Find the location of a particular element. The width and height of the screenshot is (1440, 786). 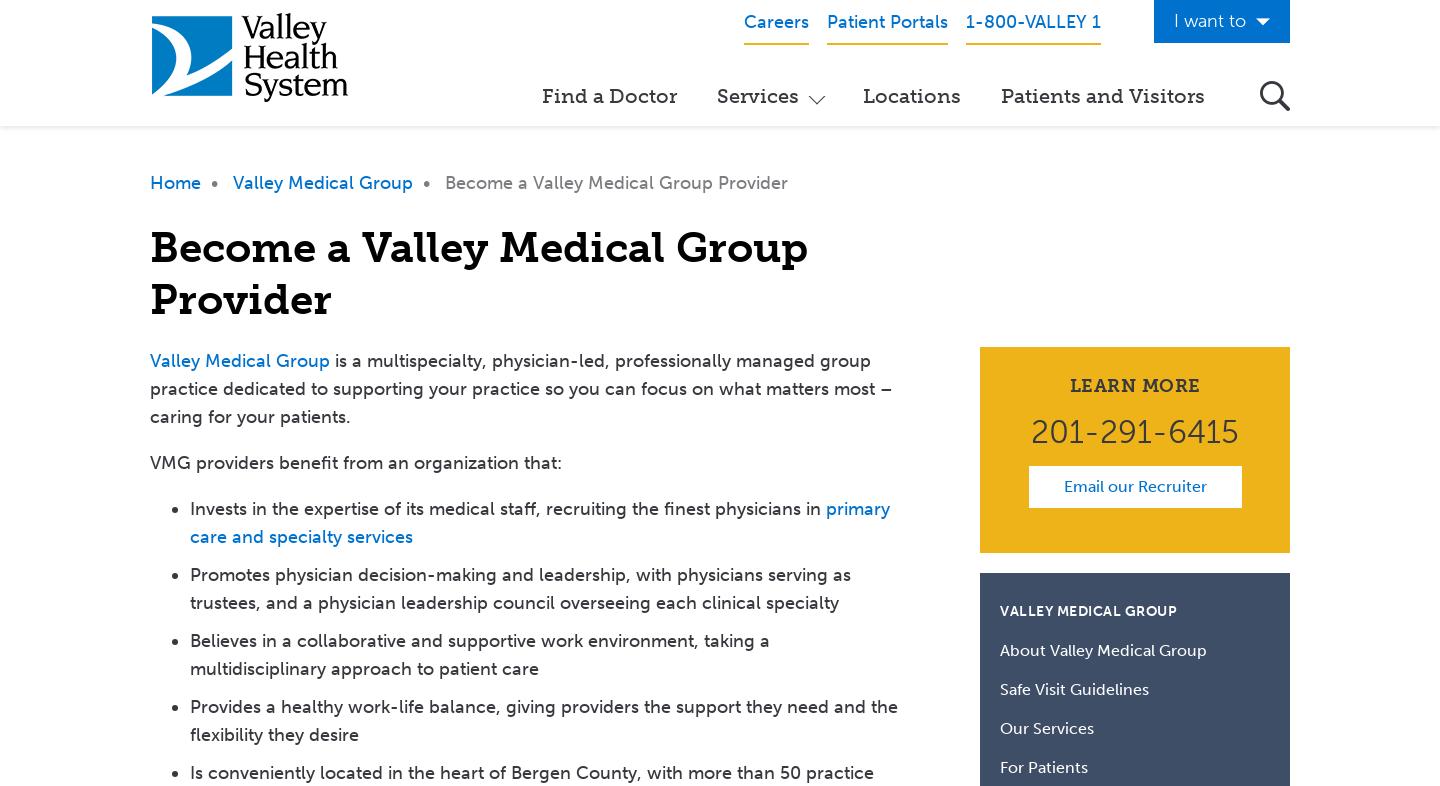

'Believes in a collaborative and supportive work environment, taking a multidisciplinary approach to patient care' is located at coordinates (479, 654).